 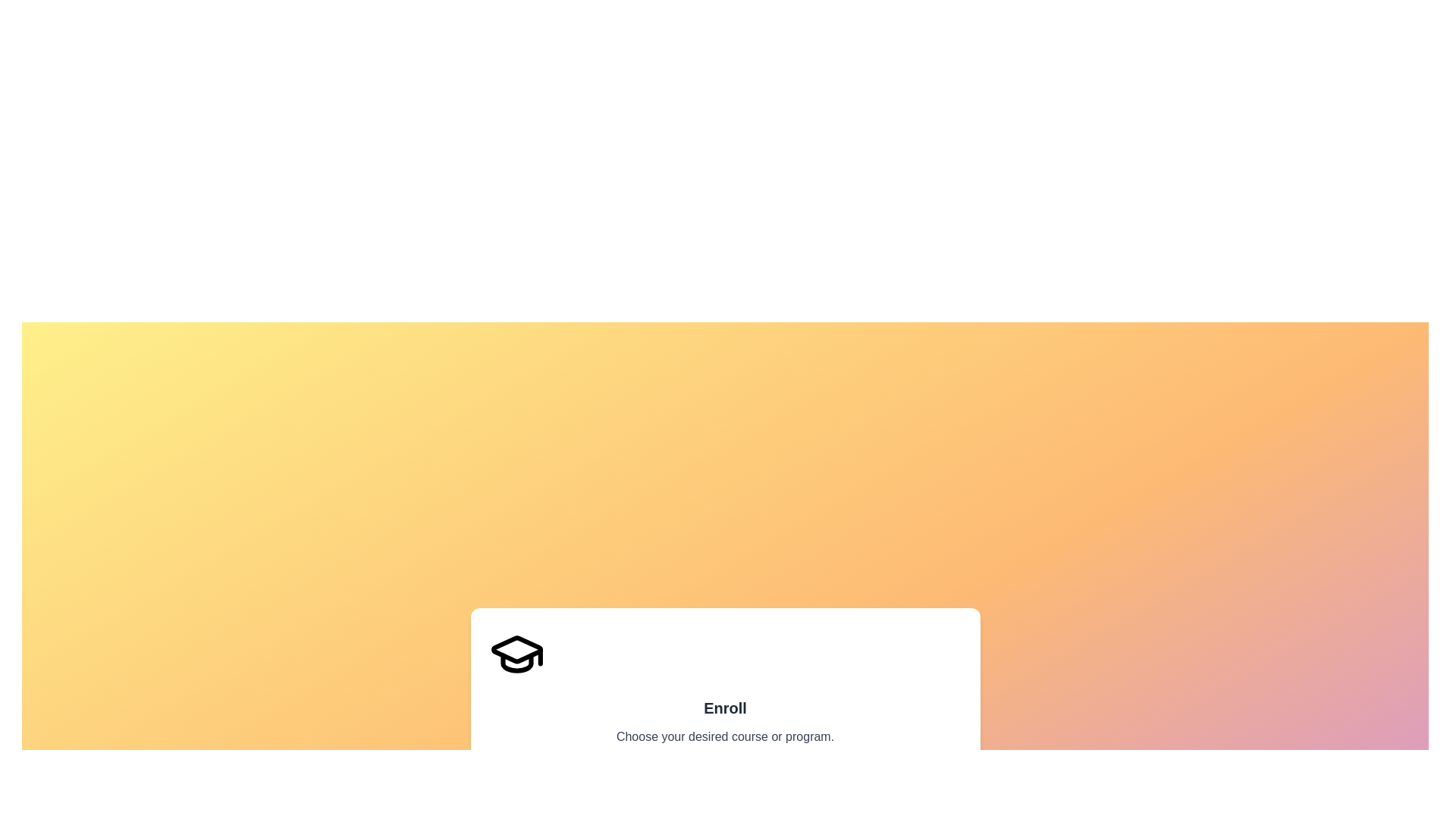 What do you see at coordinates (934, 791) in the screenshot?
I see `the Next button to navigate to the Next step` at bounding box center [934, 791].